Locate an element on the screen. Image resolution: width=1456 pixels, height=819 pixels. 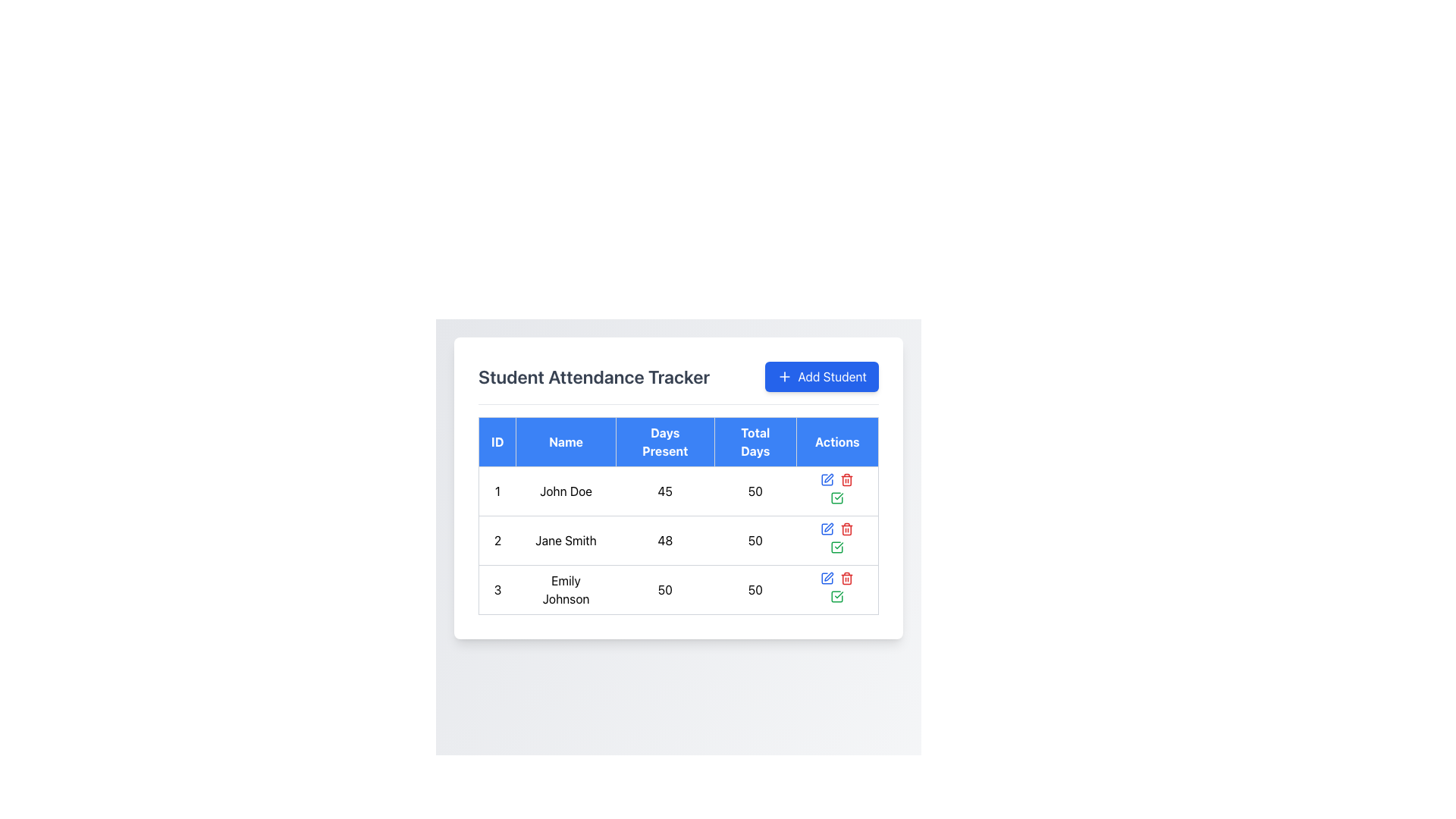
the static text element displaying the total number of days for the first student record, 'John Doe', in the 'Student Attendance Tracker' table, located in the fourth column of the first row is located at coordinates (755, 491).